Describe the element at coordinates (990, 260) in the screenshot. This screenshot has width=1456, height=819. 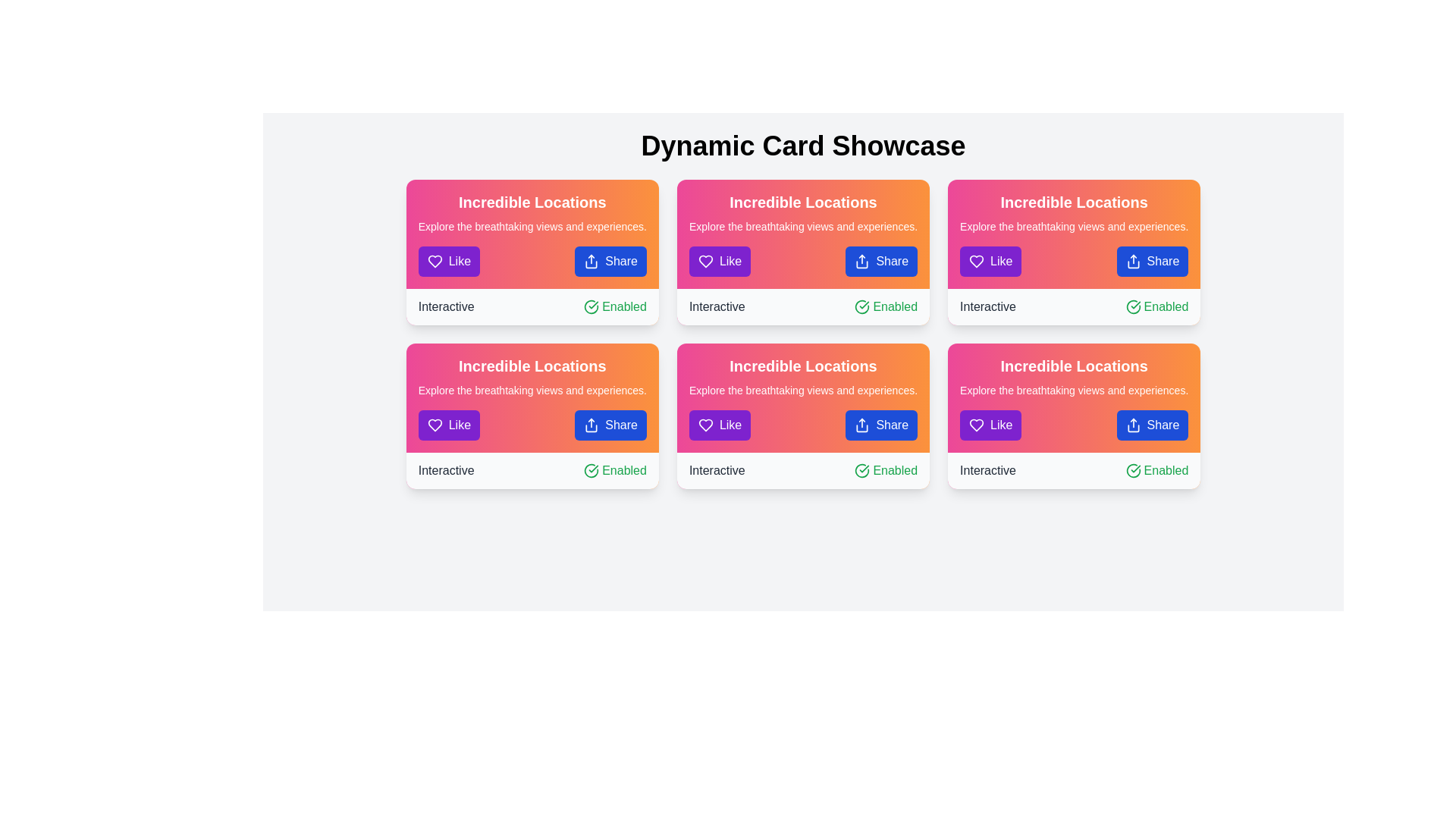
I see `the purple 'Like' button, which features a white heart icon on the left and the text 'Like' to the right, located in the second card row as the leftmost button` at that location.